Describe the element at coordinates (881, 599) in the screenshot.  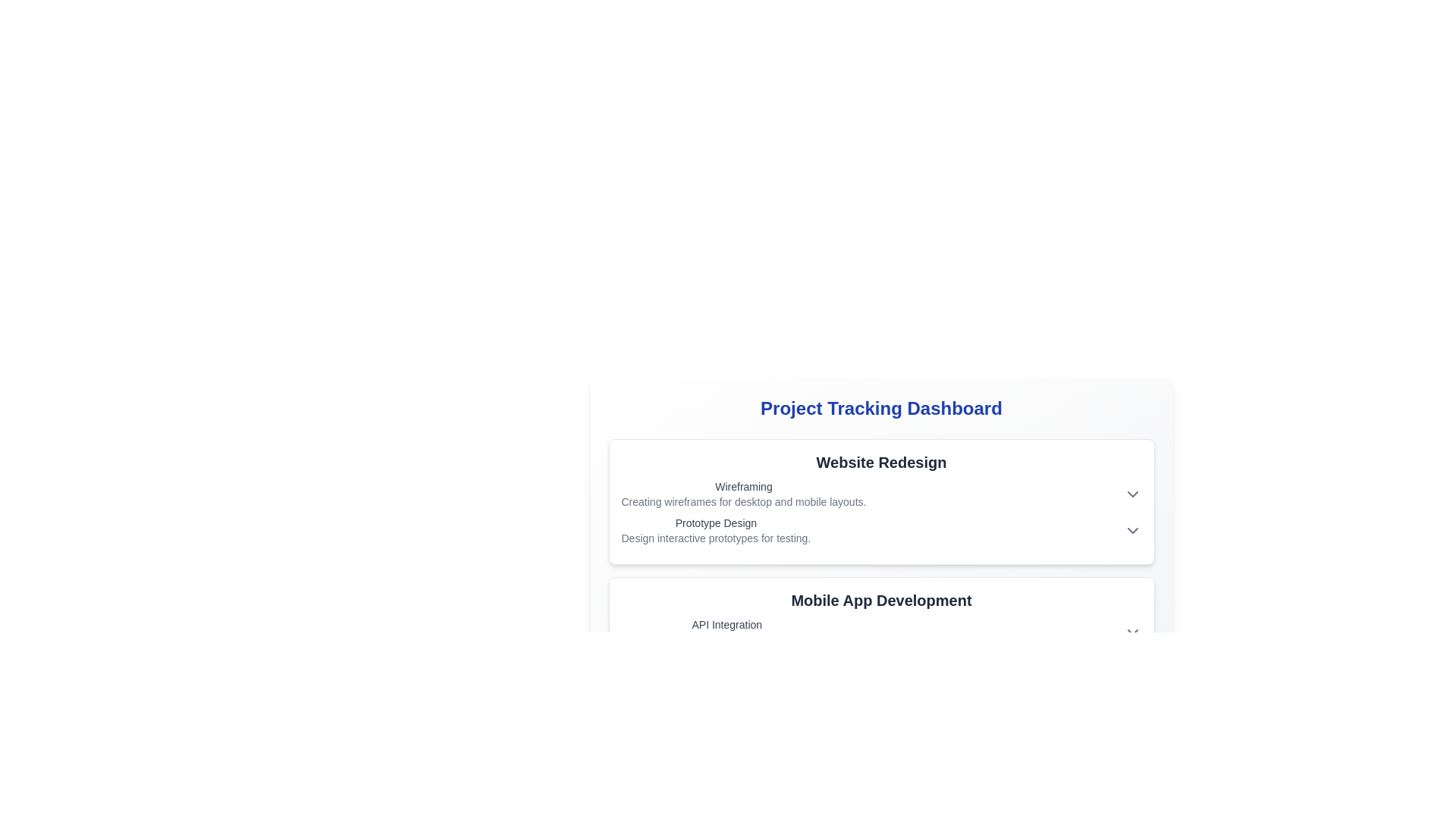
I see `text label heading that introduces the content related to 'Mobile App Development', positioned below the 'Website Redesign' section` at that location.